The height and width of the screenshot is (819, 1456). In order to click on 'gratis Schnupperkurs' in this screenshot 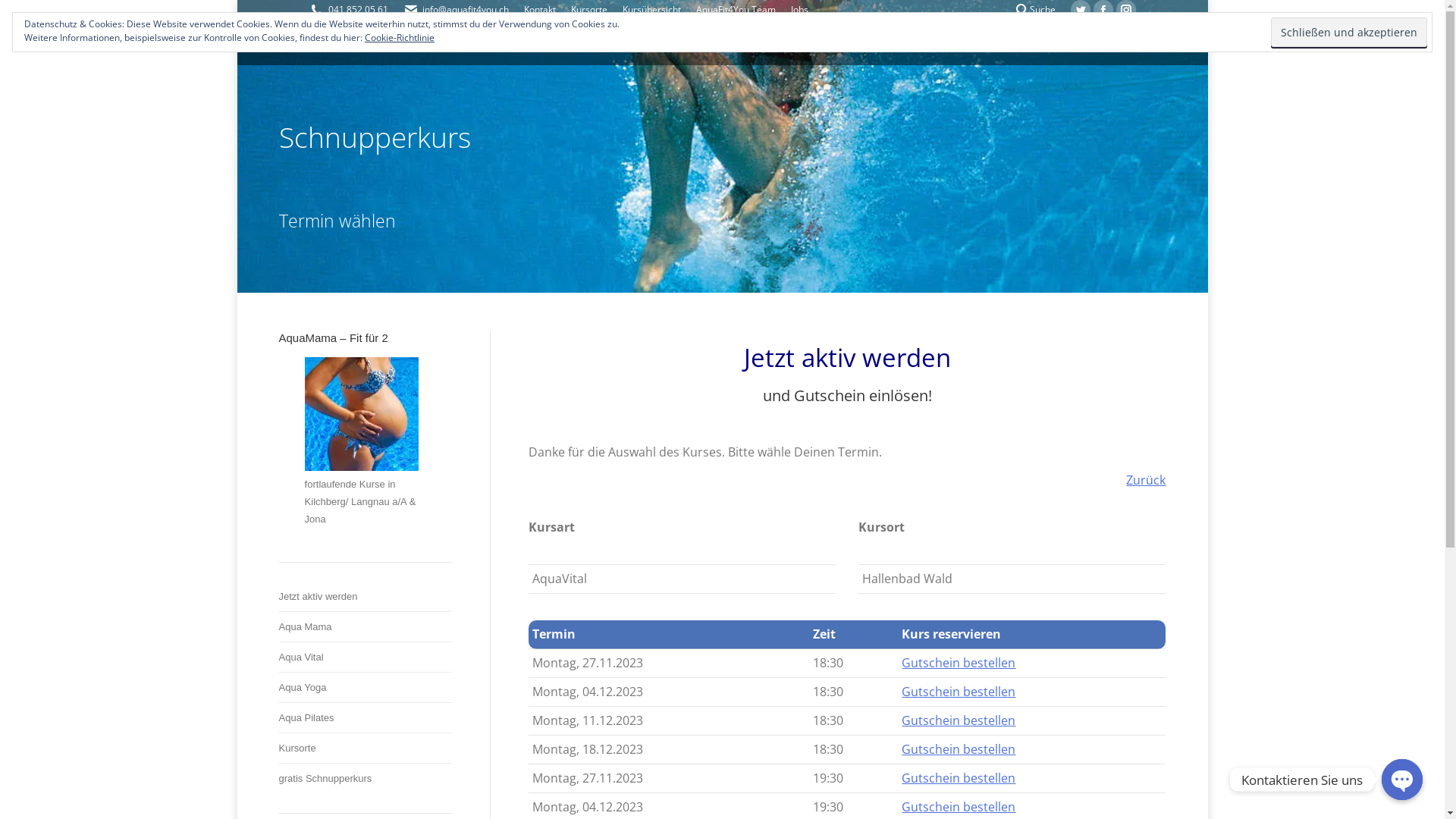, I will do `click(325, 778)`.